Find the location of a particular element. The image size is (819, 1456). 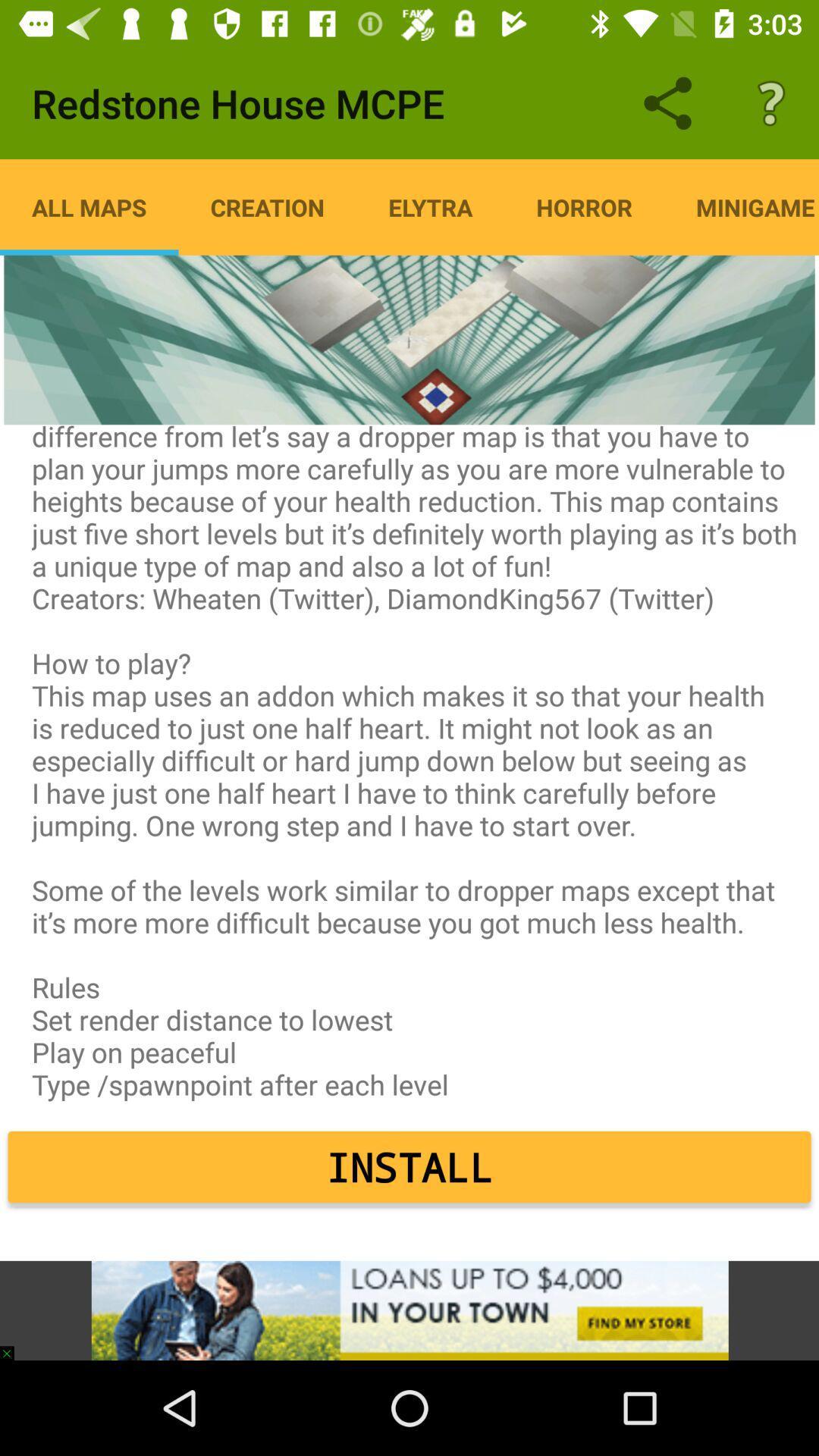

item to the left of minigame is located at coordinates (583, 206).